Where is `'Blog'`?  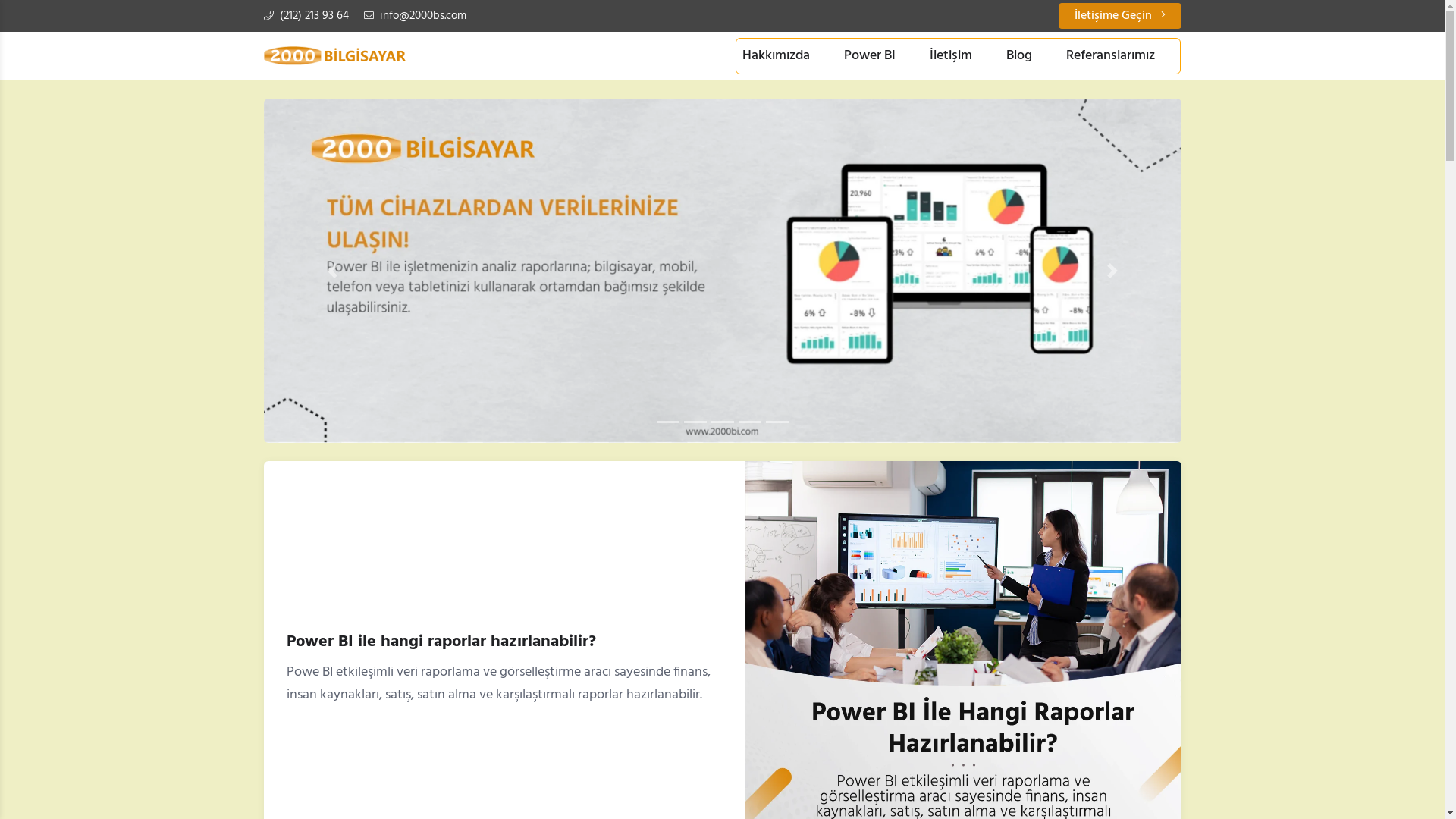
'Blog' is located at coordinates (1019, 55).